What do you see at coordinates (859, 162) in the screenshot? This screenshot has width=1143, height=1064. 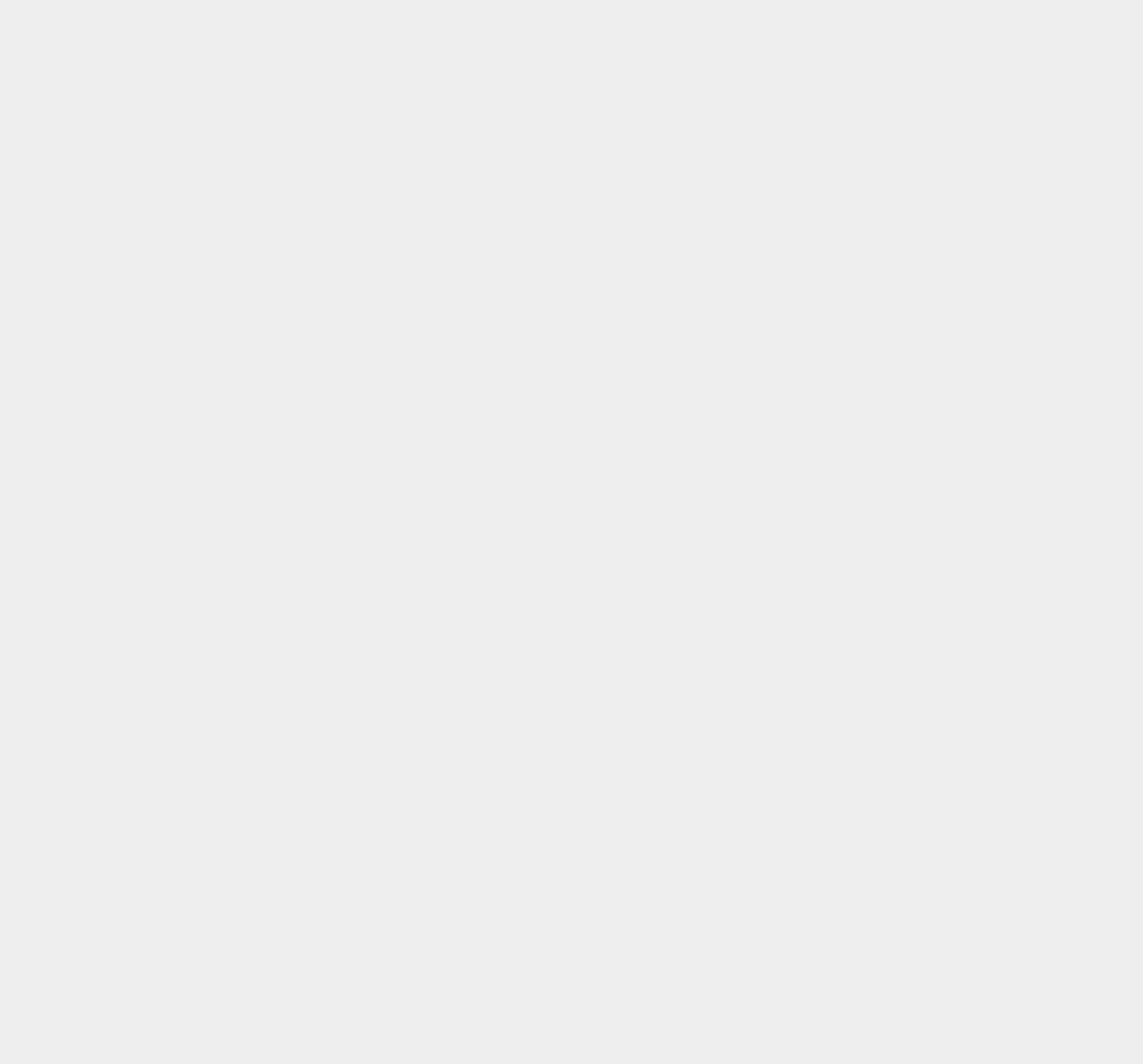 I see `'Internet Explorer'` at bounding box center [859, 162].